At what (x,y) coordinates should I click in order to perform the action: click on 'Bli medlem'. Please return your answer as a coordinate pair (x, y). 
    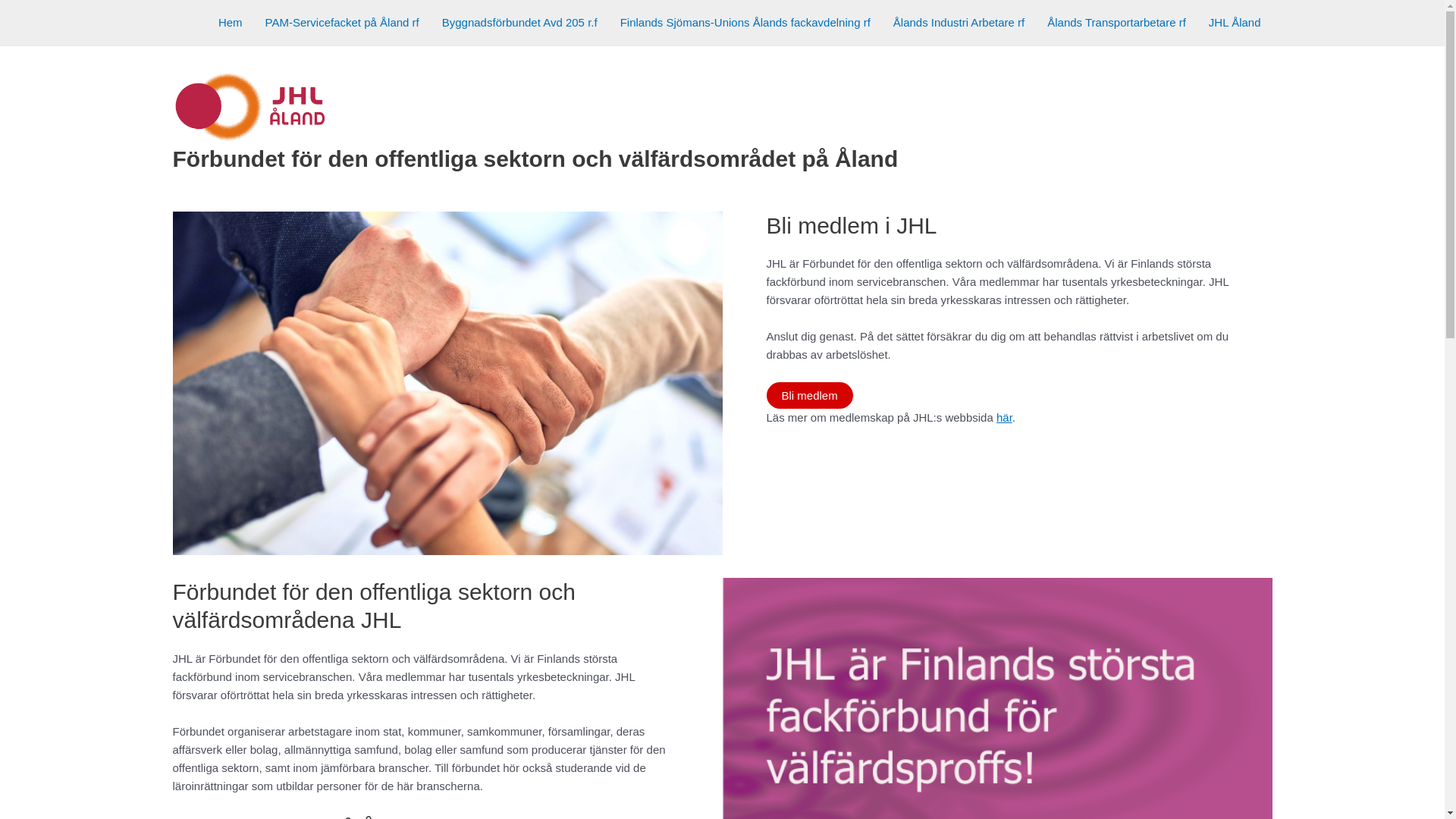
    Looking at the image, I should click on (765, 394).